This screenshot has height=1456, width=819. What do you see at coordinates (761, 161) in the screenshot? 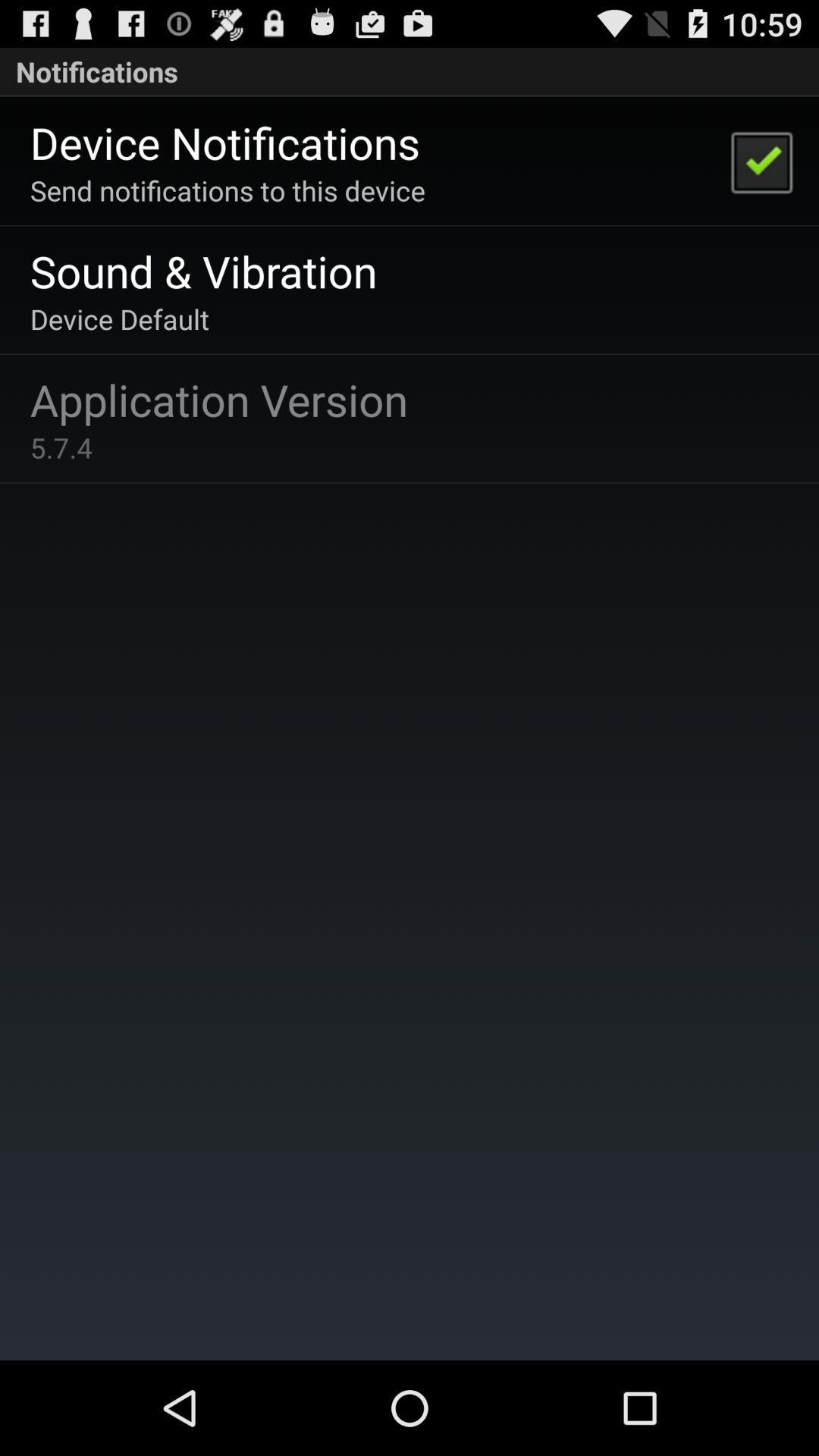
I see `checkbox at the top right corner` at bounding box center [761, 161].